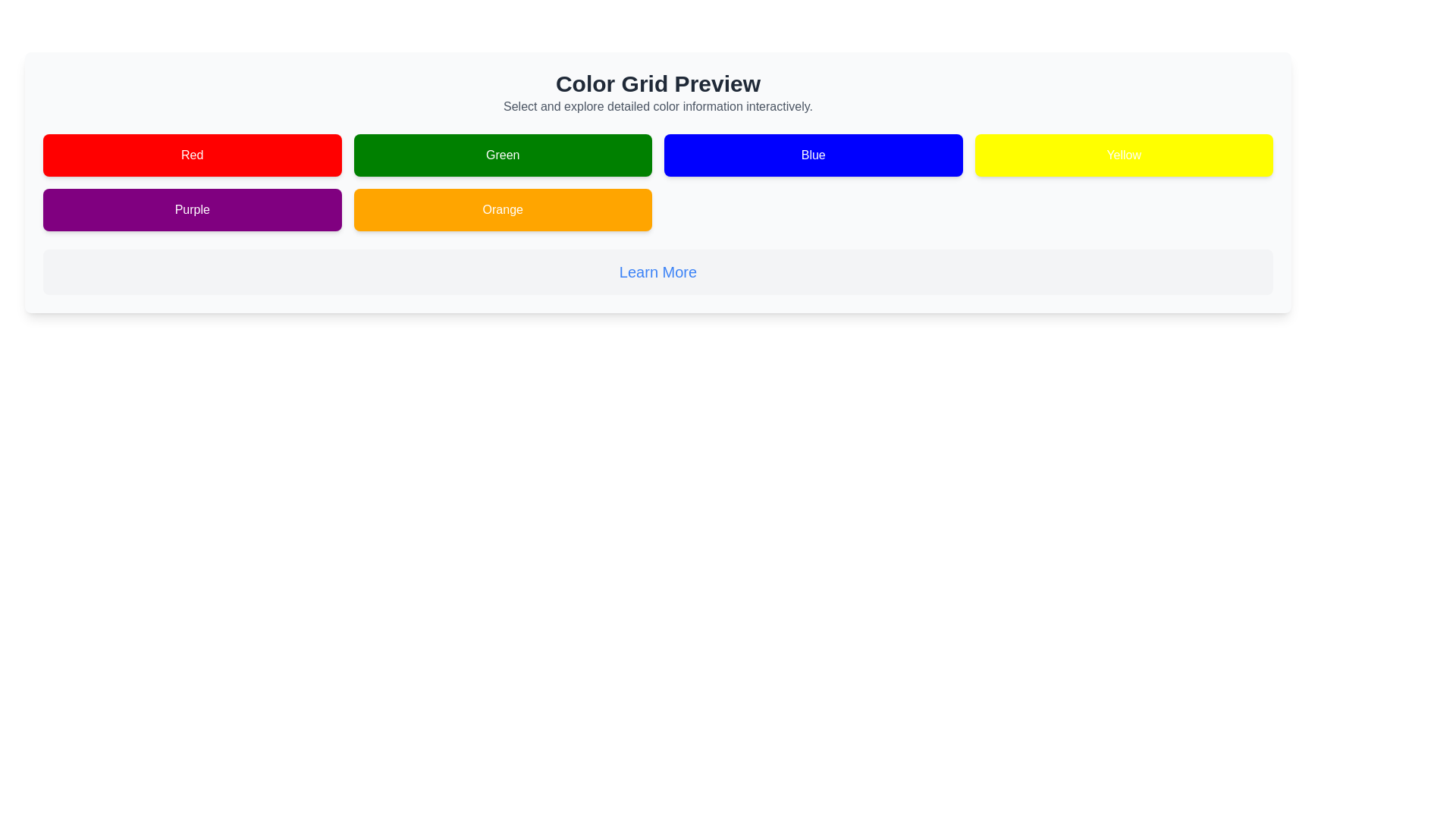  What do you see at coordinates (191, 155) in the screenshot?
I see `the red button labeled 'Red'` at bounding box center [191, 155].